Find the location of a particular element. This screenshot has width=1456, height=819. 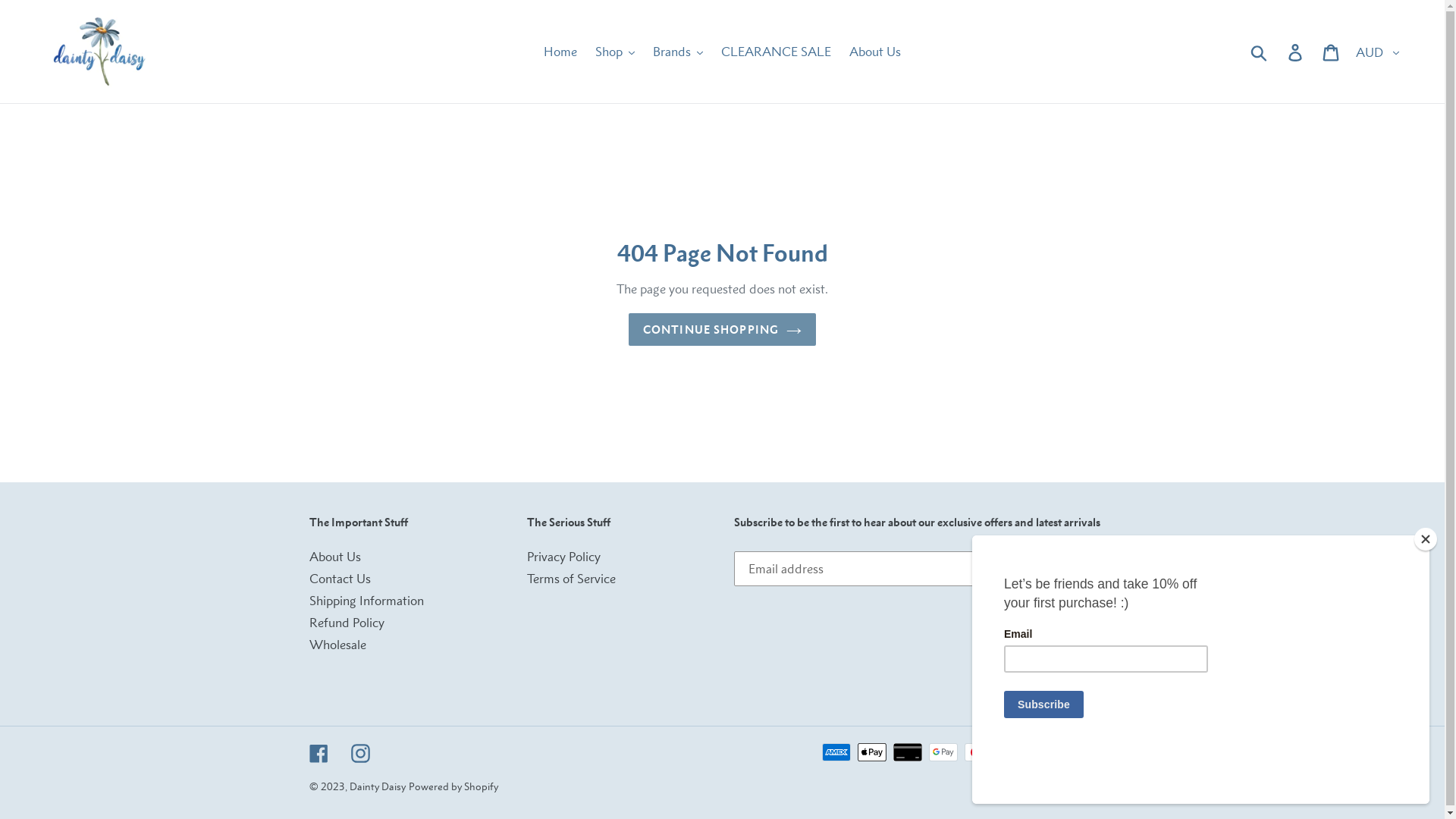

'Terms of Service' is located at coordinates (570, 579).